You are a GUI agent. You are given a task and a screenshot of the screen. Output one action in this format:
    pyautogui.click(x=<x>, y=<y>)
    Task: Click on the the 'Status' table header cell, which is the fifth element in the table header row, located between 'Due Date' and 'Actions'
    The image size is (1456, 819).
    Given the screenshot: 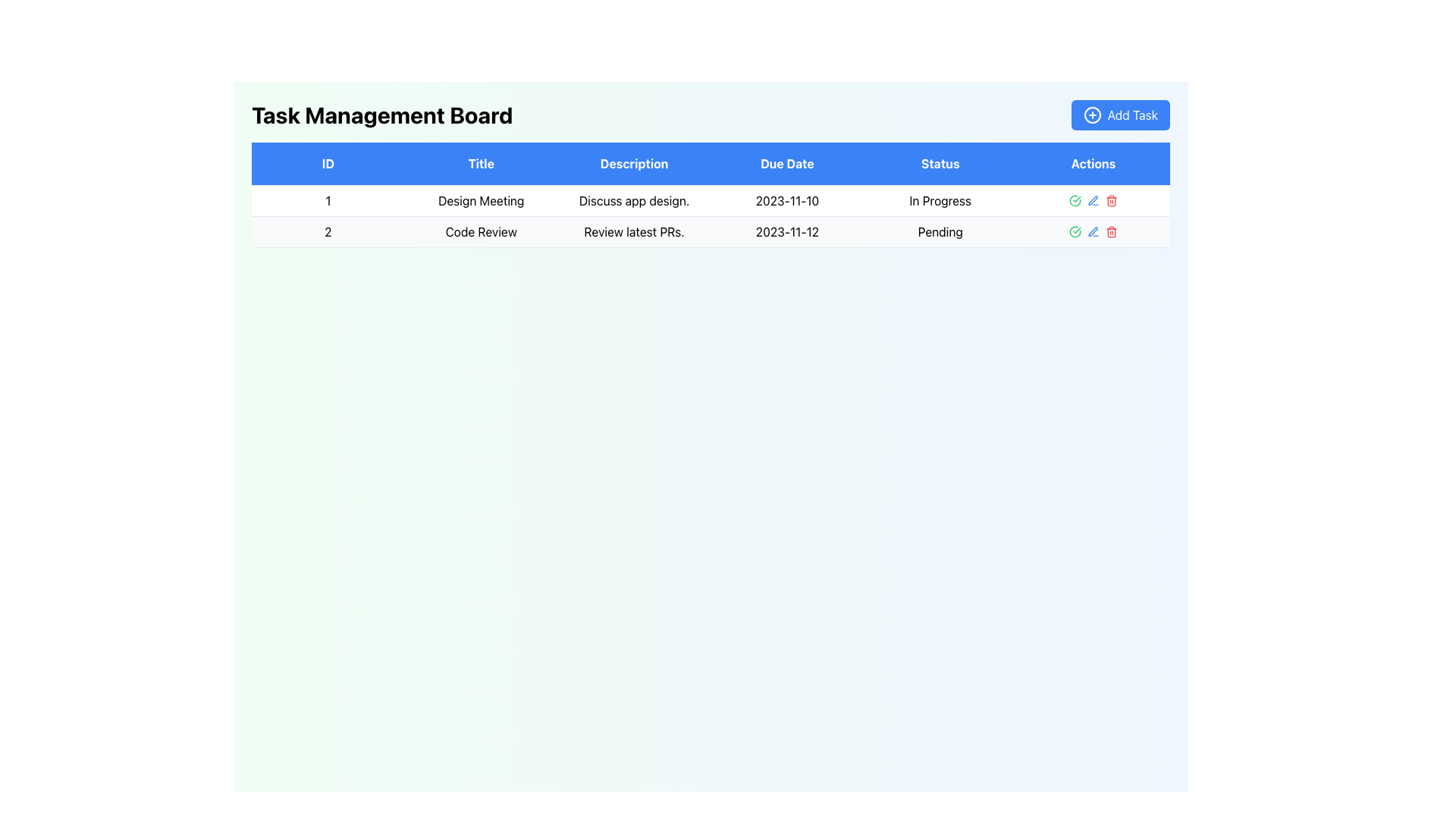 What is the action you would take?
    pyautogui.click(x=940, y=164)
    